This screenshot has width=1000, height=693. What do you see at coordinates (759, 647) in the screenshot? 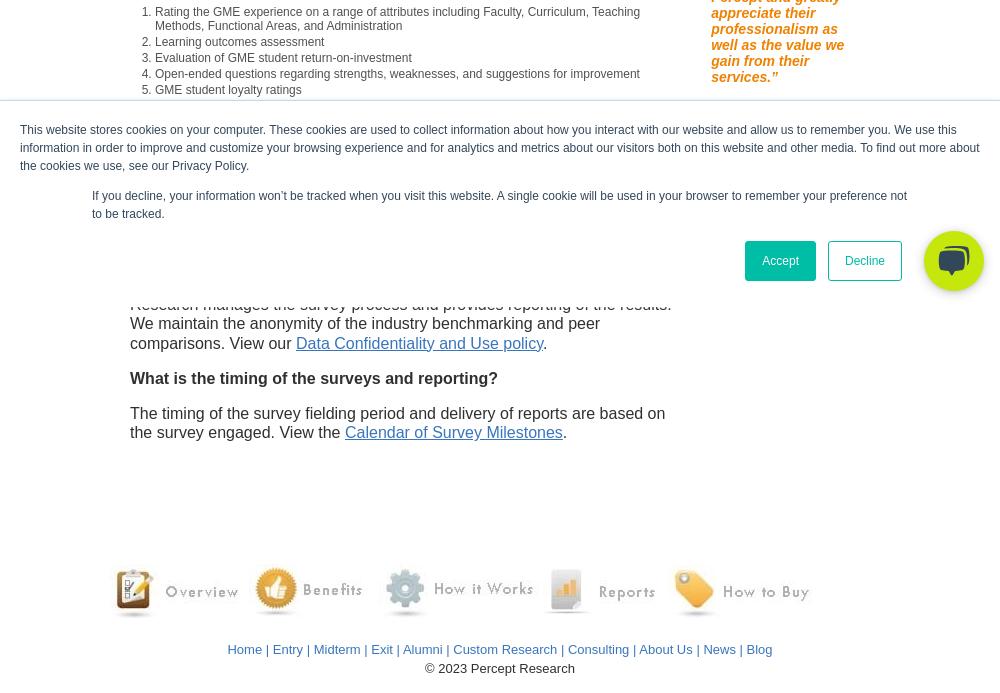
I see `'Blog'` at bounding box center [759, 647].